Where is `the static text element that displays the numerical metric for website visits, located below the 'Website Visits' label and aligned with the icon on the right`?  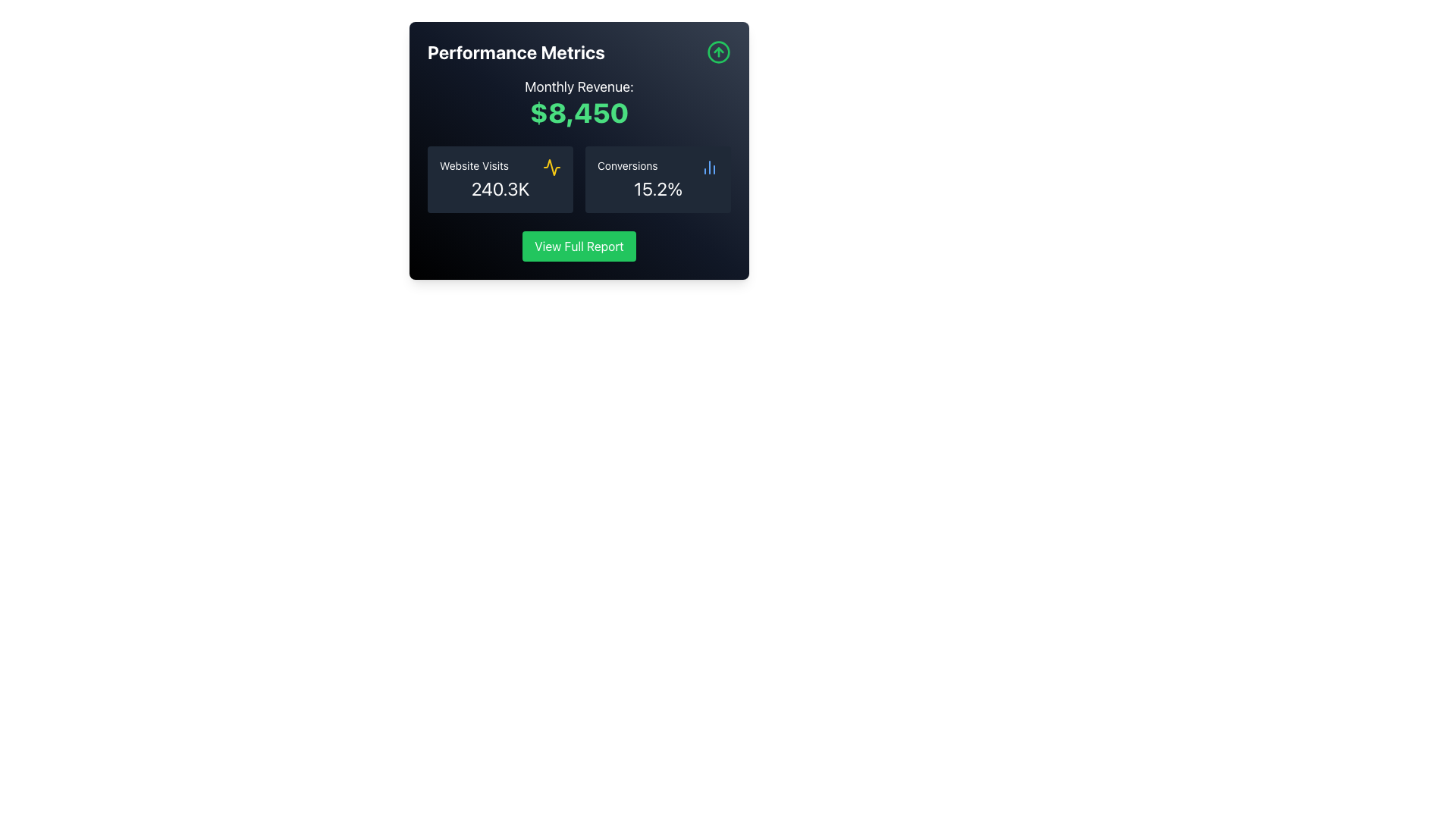
the static text element that displays the numerical metric for website visits, located below the 'Website Visits' label and aligned with the icon on the right is located at coordinates (500, 188).